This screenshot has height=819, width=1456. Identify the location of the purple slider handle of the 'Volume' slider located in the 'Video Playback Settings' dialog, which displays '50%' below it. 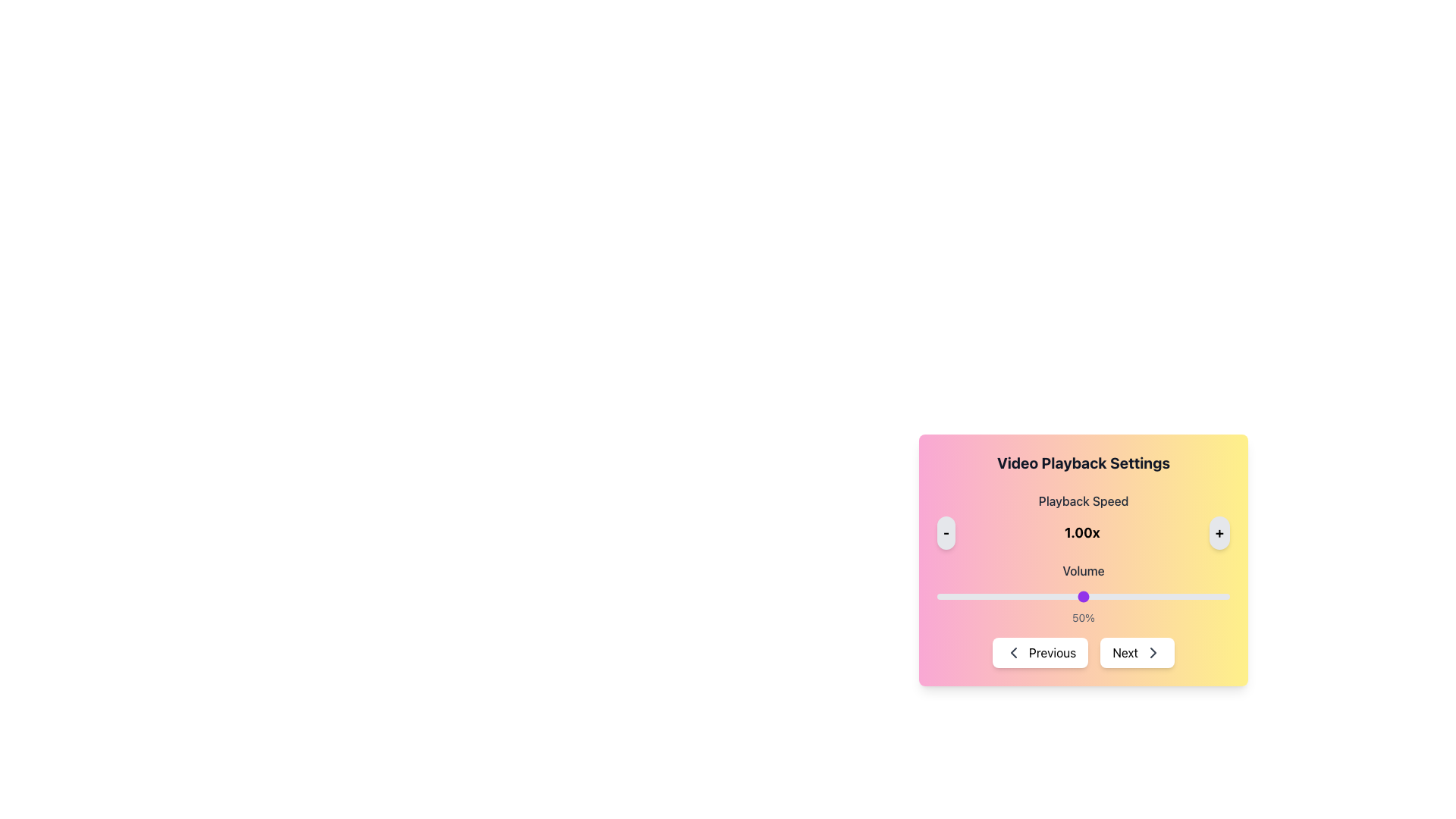
(1083, 593).